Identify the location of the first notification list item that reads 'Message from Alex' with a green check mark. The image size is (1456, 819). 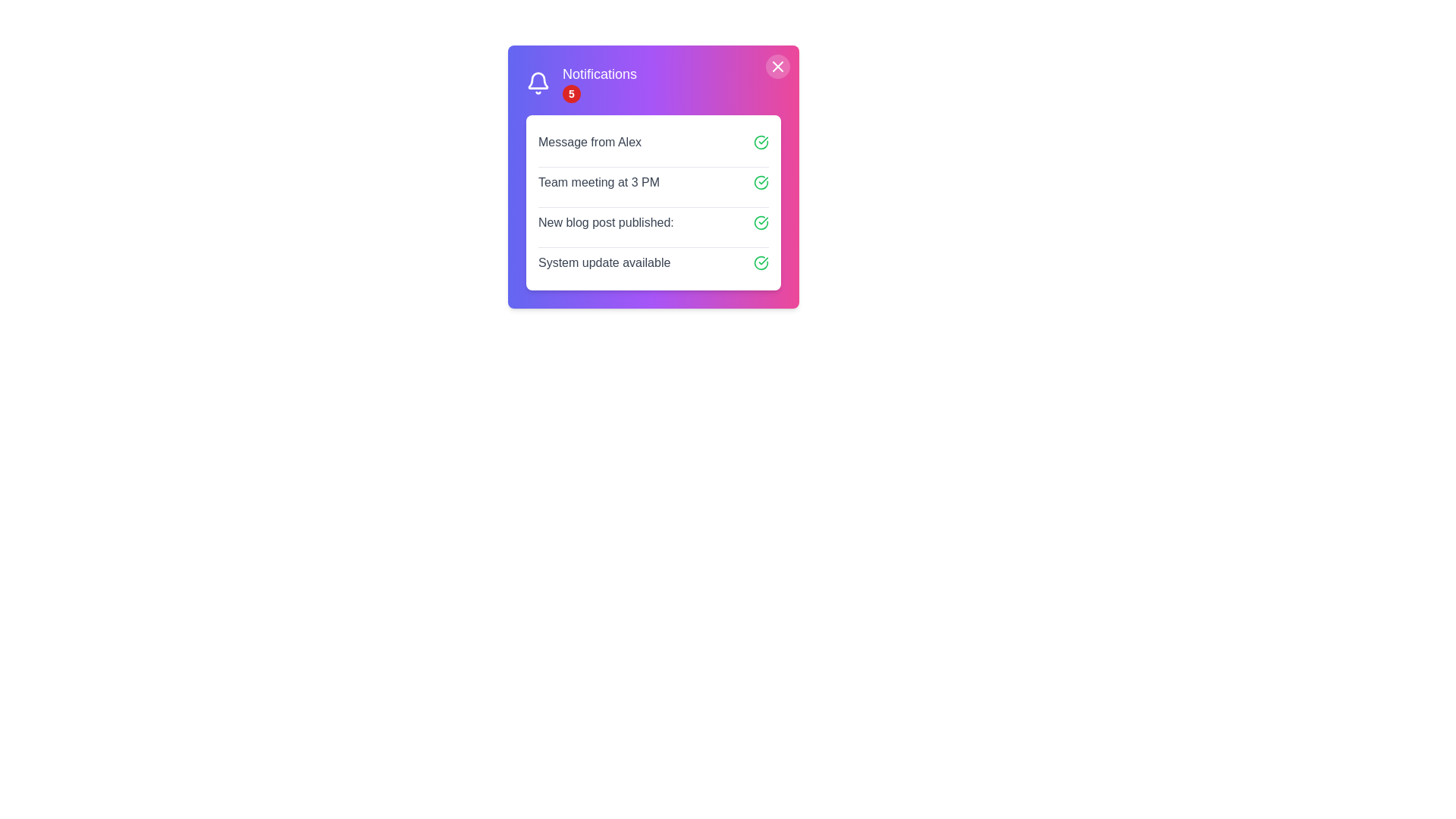
(654, 143).